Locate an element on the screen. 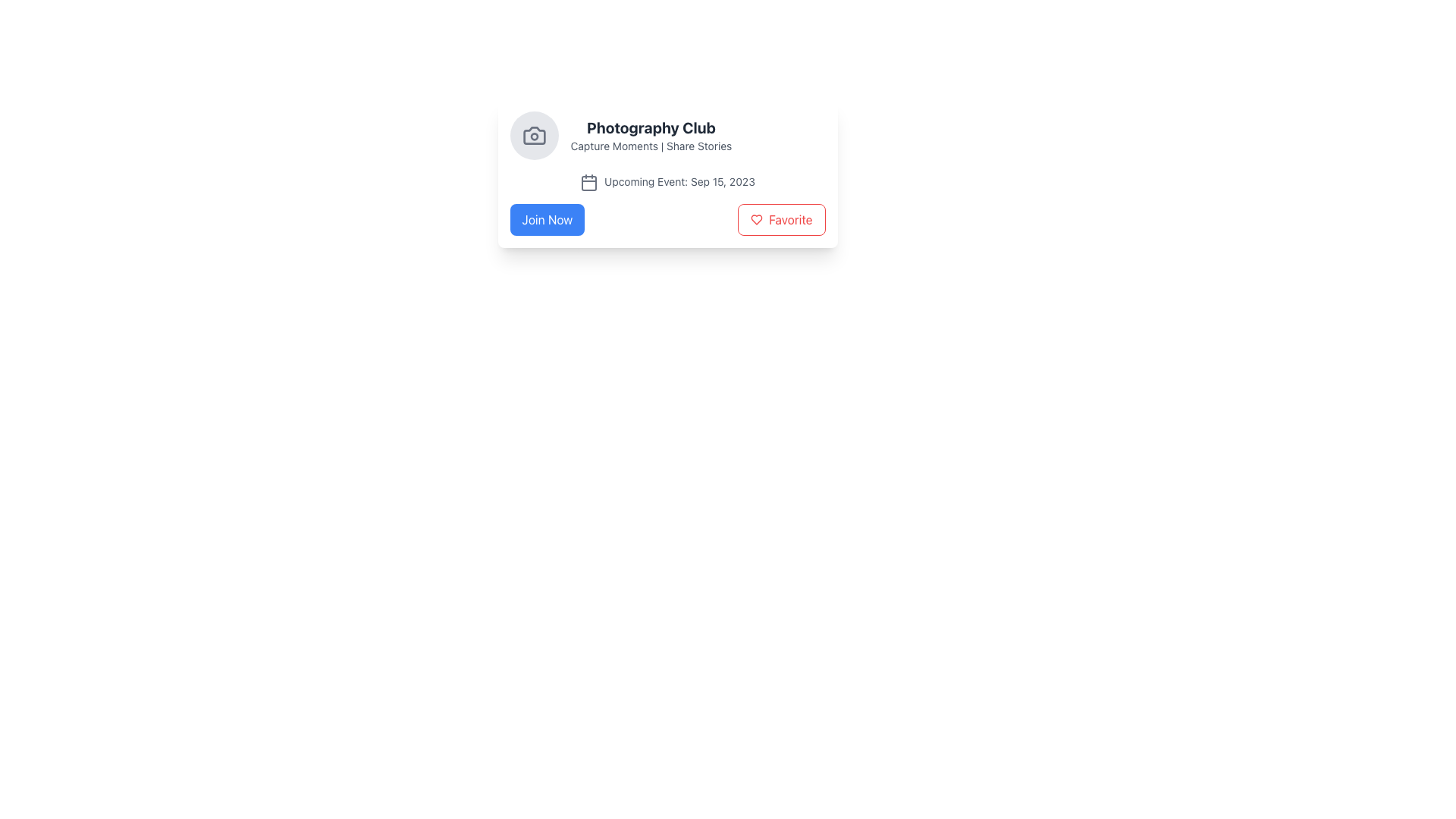 This screenshot has height=819, width=1456. the text label reading 'Capture Moments | Share Stories', which is styled in a small gray font and positioned below the 'Photography Club' title is located at coordinates (651, 146).